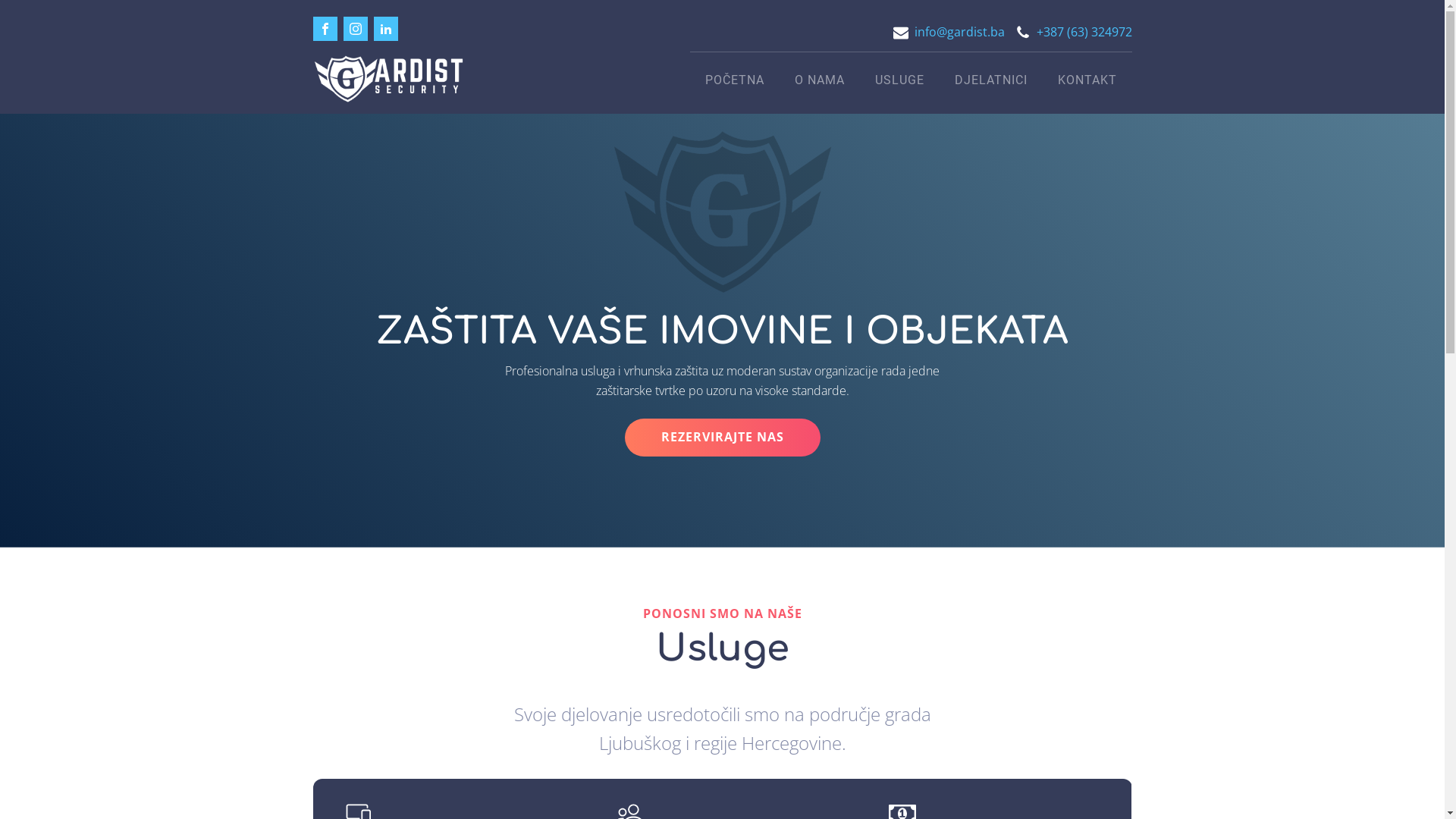  What do you see at coordinates (899, 80) in the screenshot?
I see `'USLUGE'` at bounding box center [899, 80].